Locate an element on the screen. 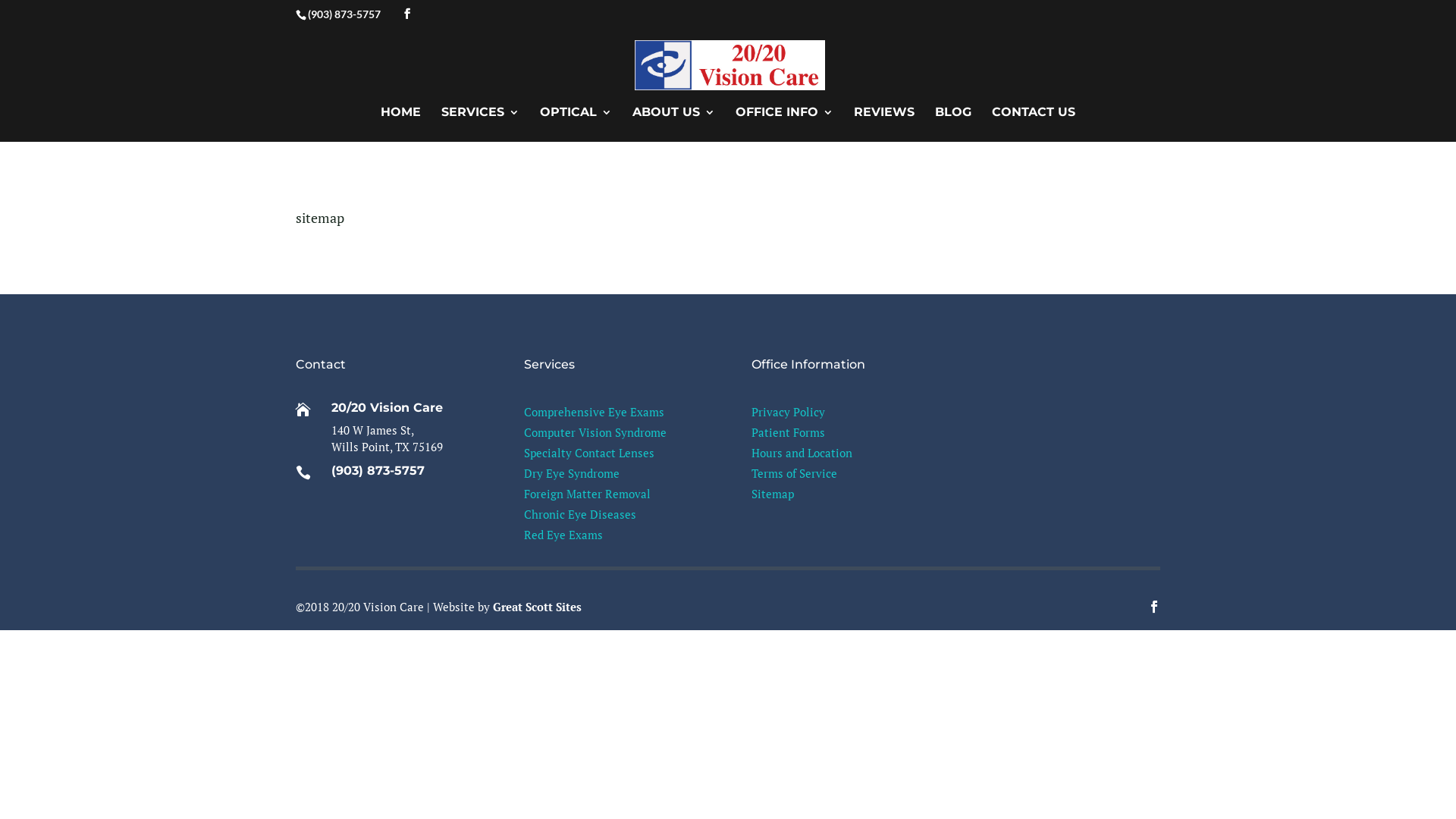 The image size is (1456, 819). 'Foreign Matter Removal' is located at coordinates (524, 494).